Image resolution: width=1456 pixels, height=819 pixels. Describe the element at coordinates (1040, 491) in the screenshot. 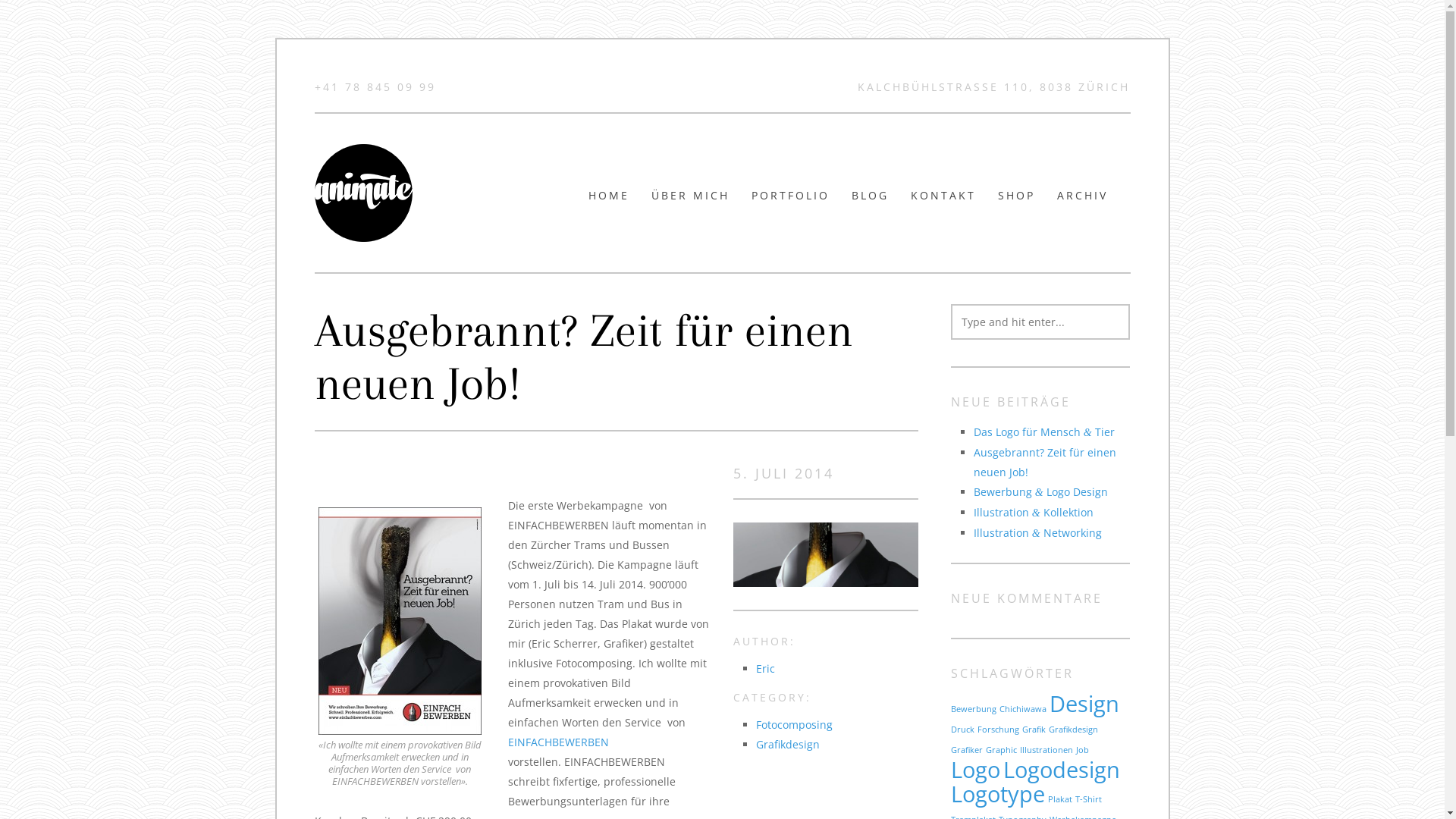

I see `'Bewerbung & Logo Design'` at that location.